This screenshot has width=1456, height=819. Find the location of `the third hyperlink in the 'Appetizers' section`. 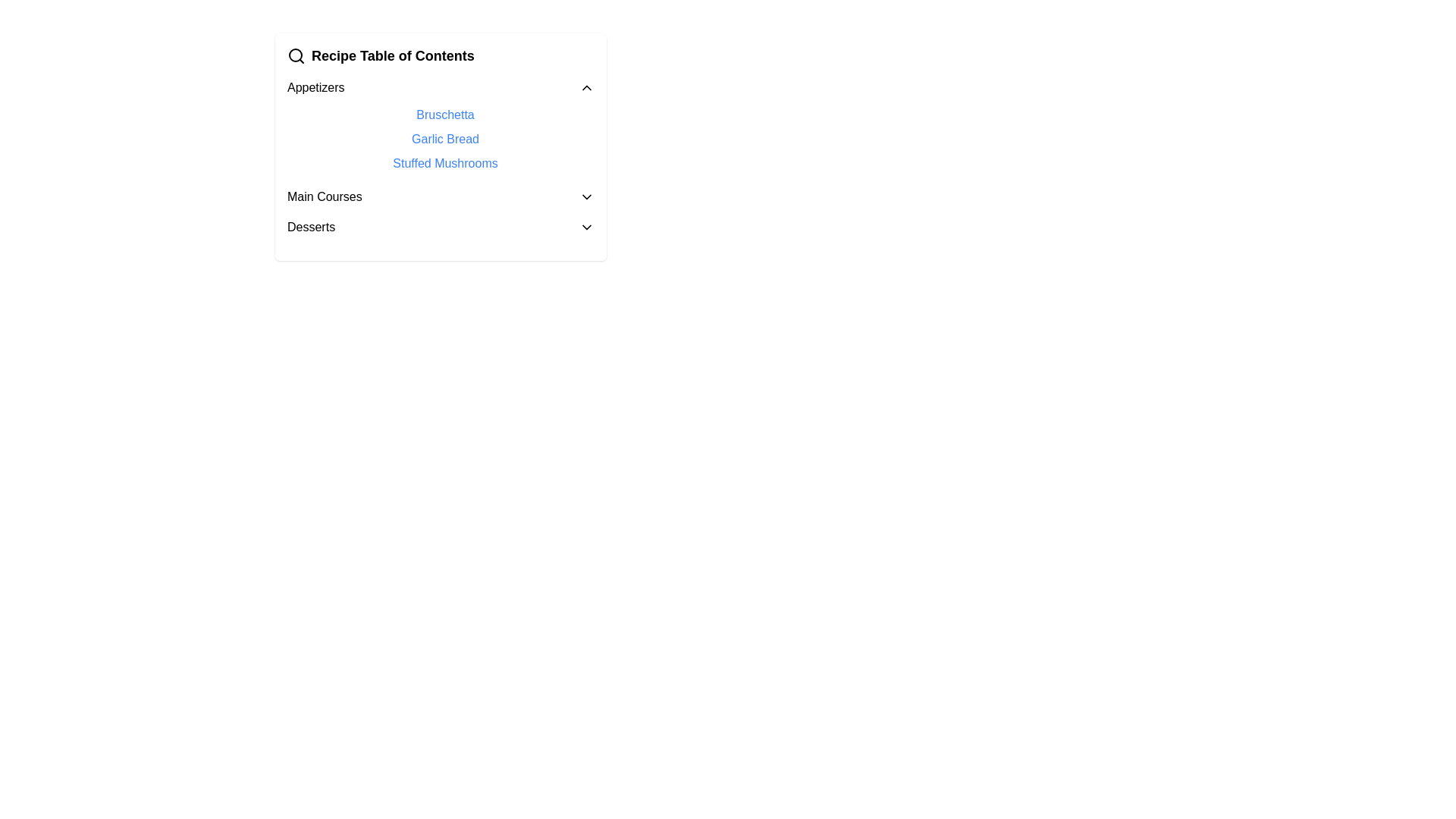

the third hyperlink in the 'Appetizers' section is located at coordinates (446, 164).